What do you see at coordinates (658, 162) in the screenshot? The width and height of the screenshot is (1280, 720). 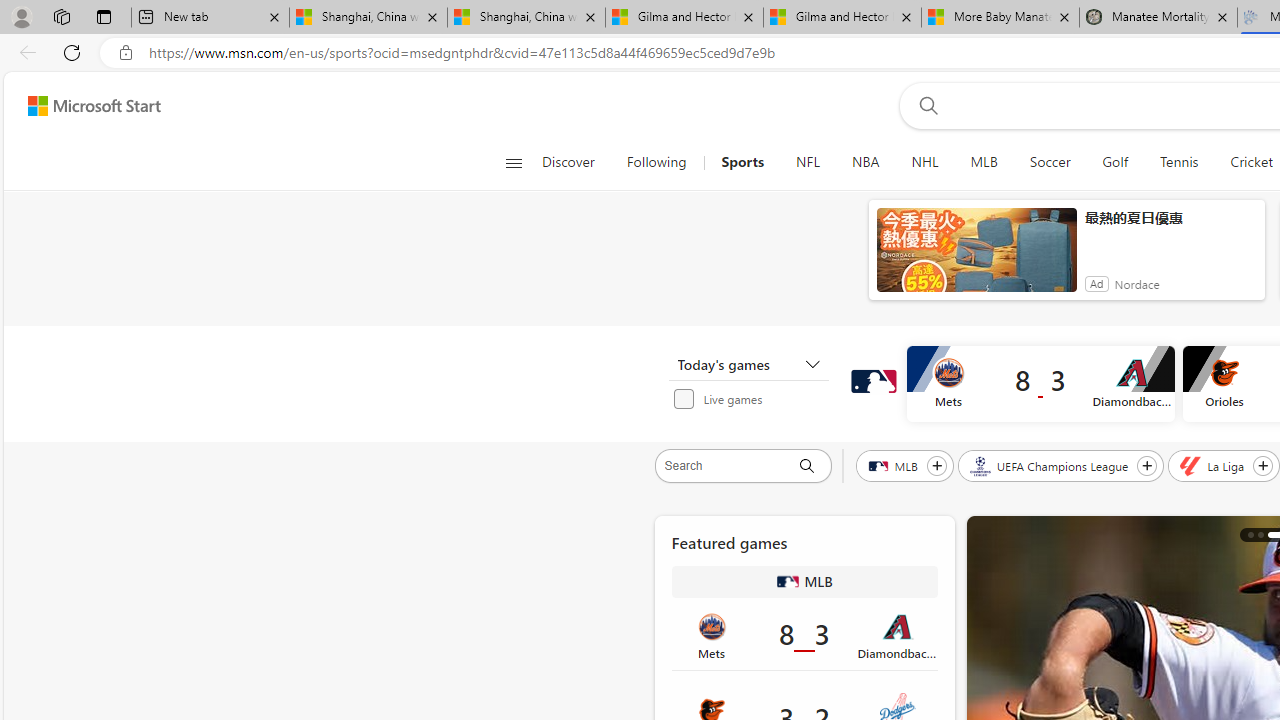 I see `'Following'` at bounding box center [658, 162].